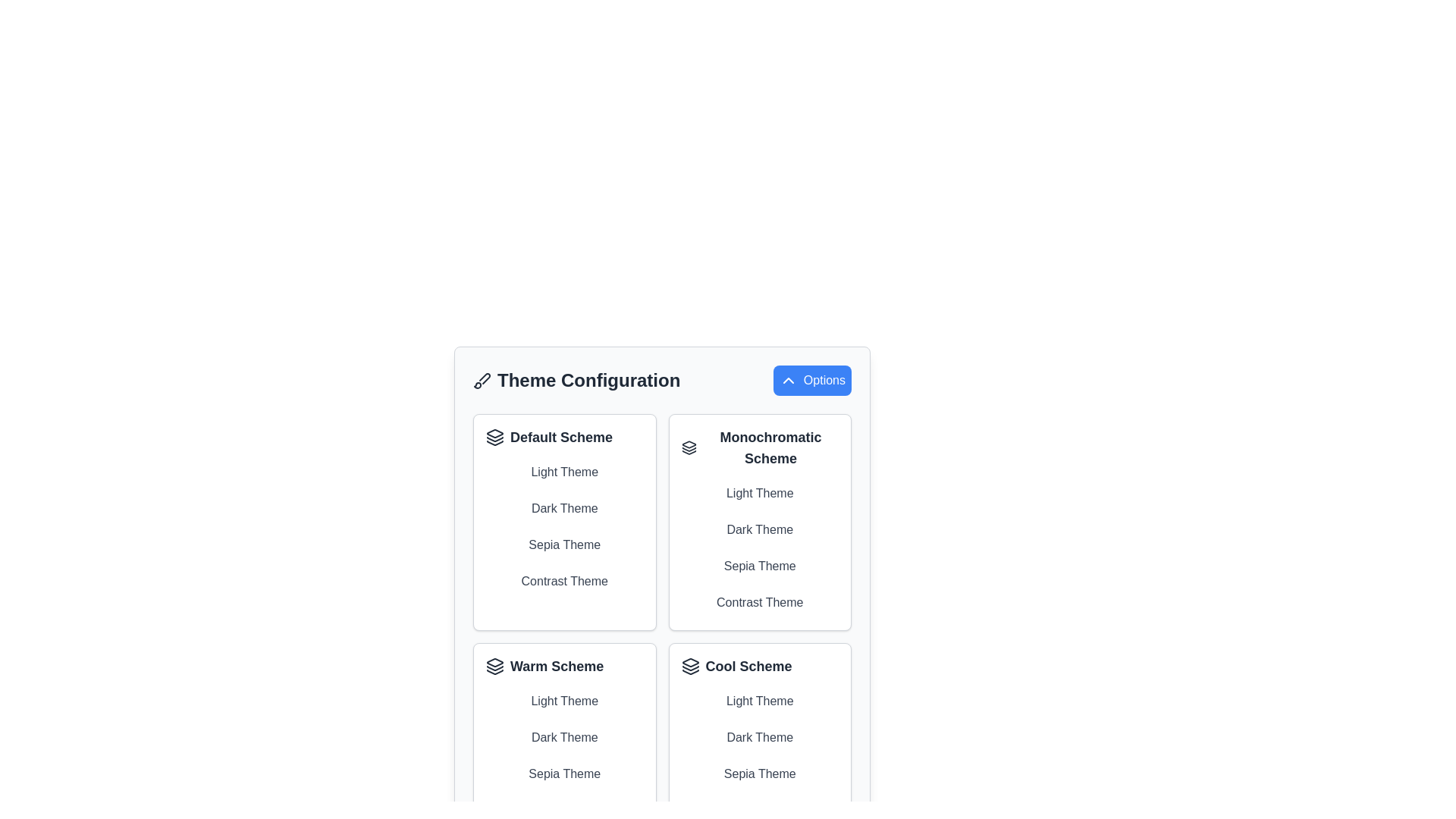 This screenshot has width=1456, height=819. I want to click on the 'Sepia Theme' text label, which is the third option in the theme selection list, to choose the Sepia Theme, so click(563, 544).